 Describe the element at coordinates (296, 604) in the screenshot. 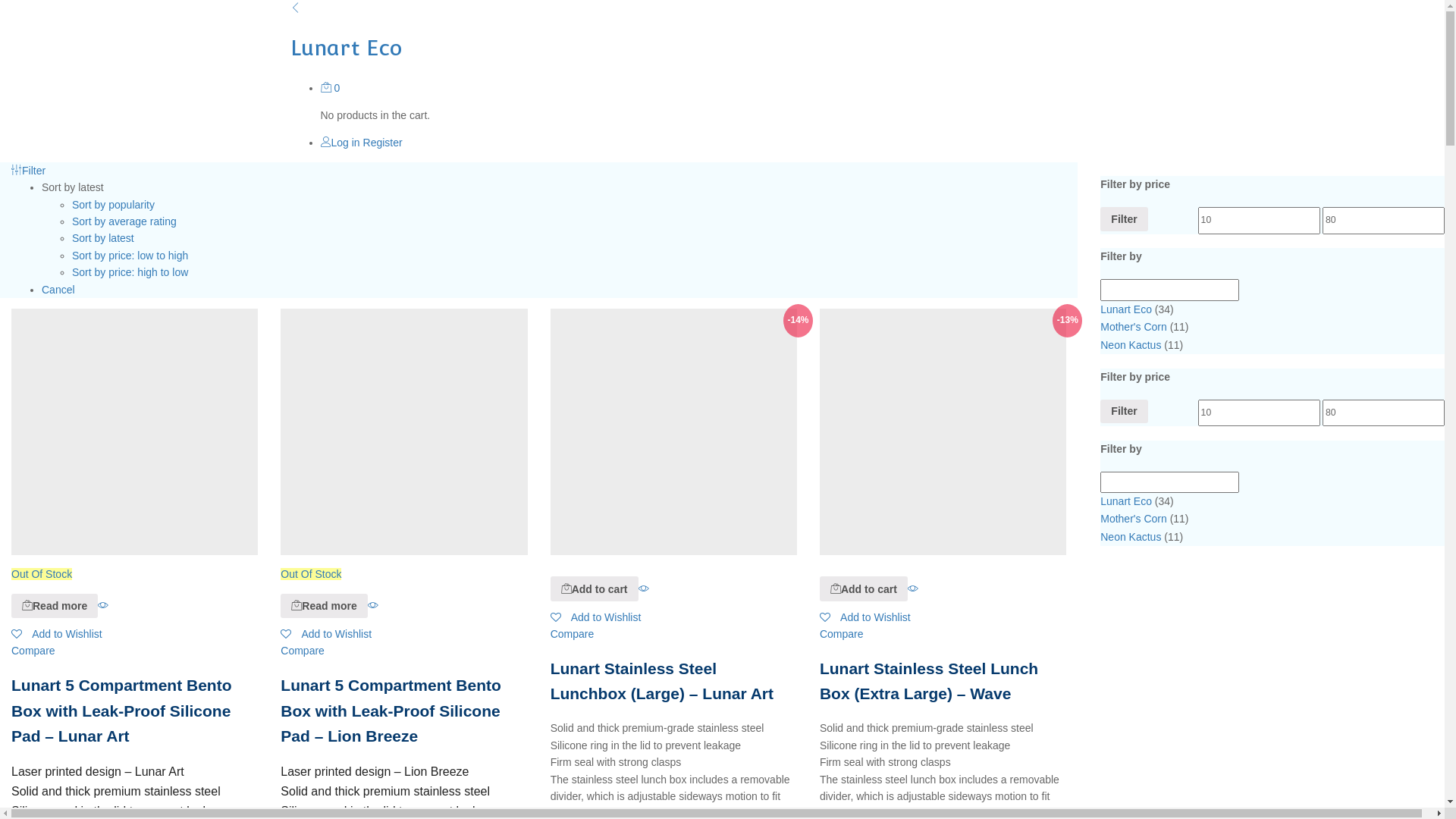

I see `'Read more'` at that location.